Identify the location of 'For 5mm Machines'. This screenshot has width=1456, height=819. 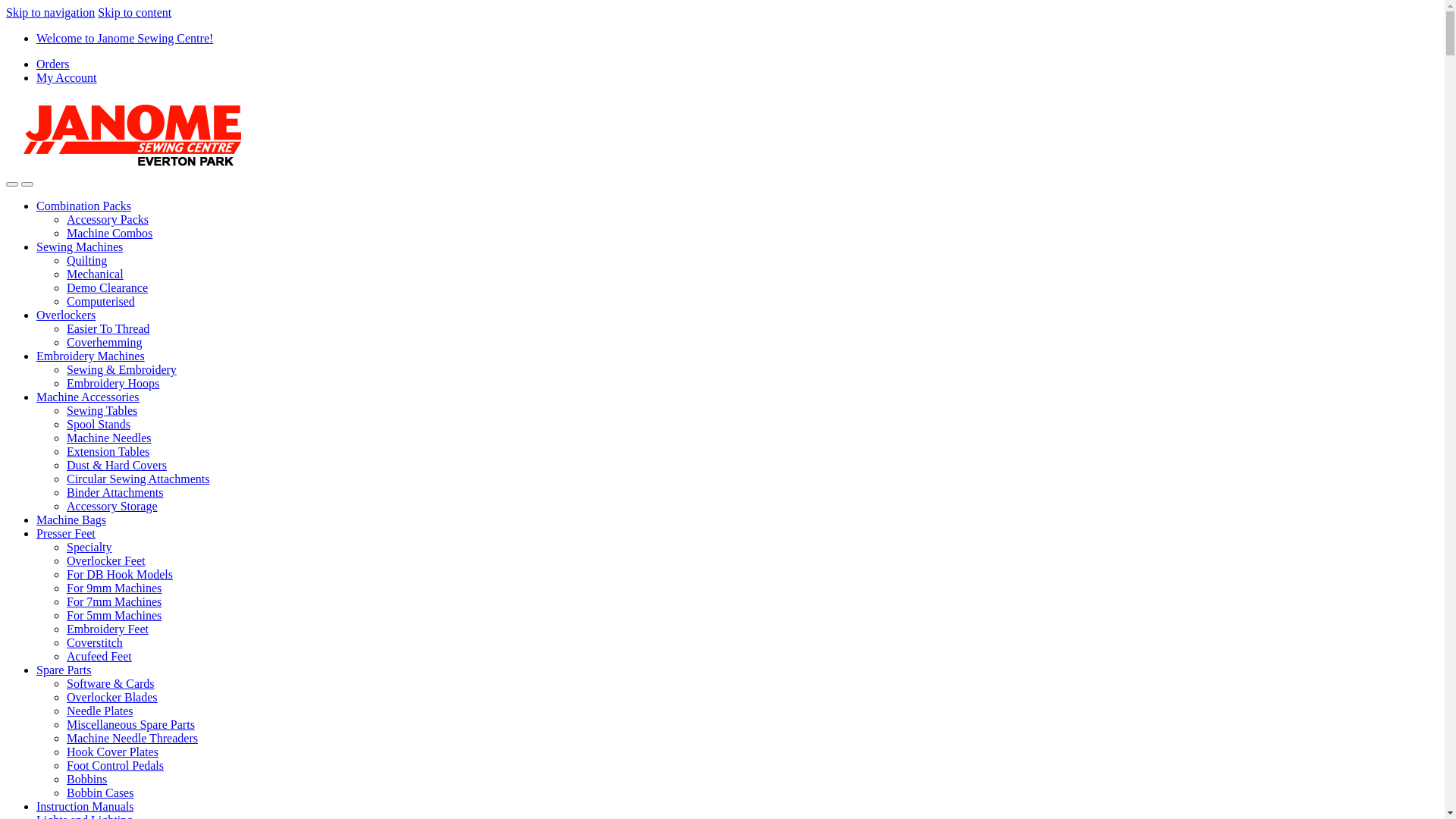
(113, 615).